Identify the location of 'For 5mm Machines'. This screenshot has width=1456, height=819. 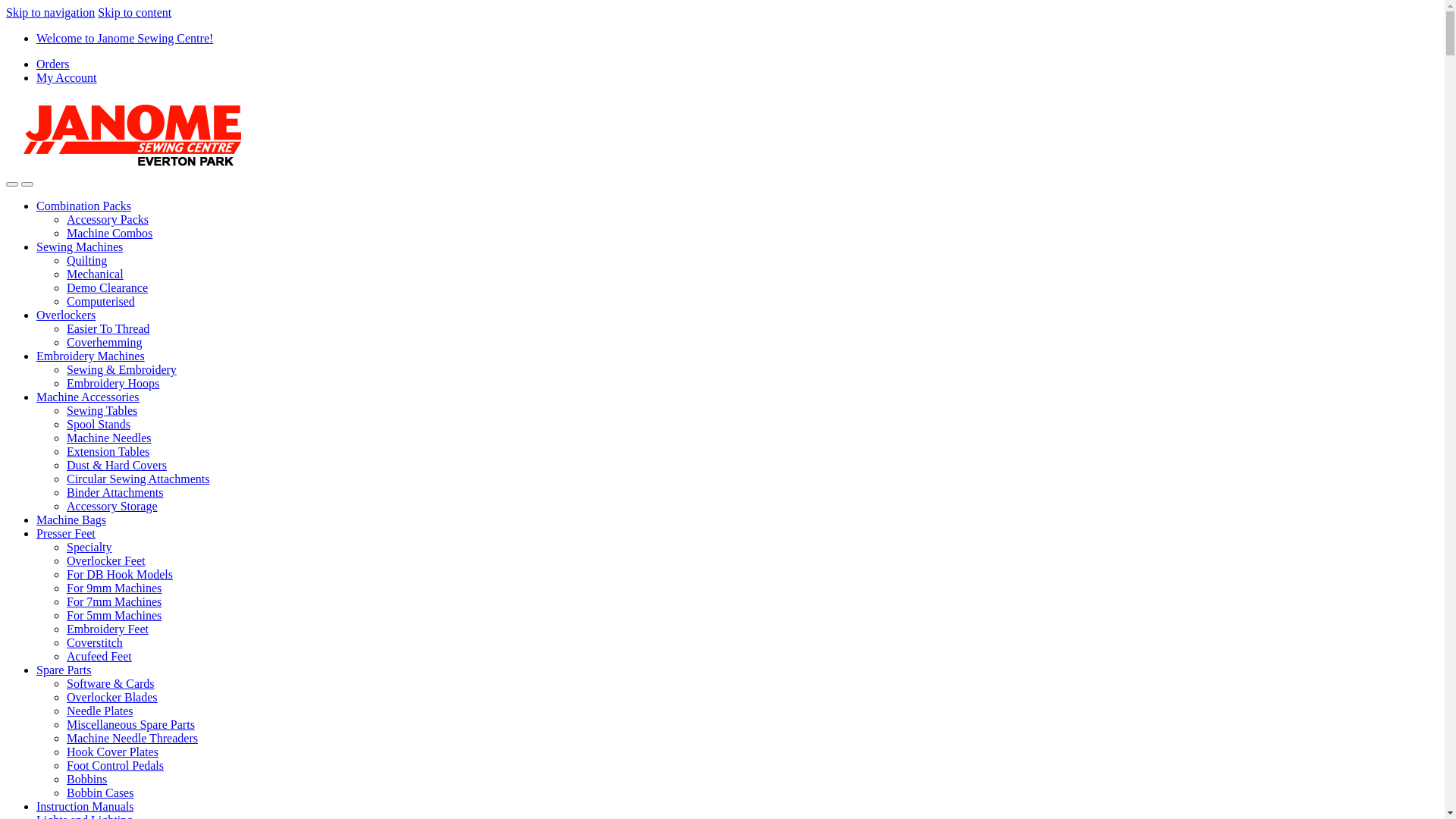
(113, 615).